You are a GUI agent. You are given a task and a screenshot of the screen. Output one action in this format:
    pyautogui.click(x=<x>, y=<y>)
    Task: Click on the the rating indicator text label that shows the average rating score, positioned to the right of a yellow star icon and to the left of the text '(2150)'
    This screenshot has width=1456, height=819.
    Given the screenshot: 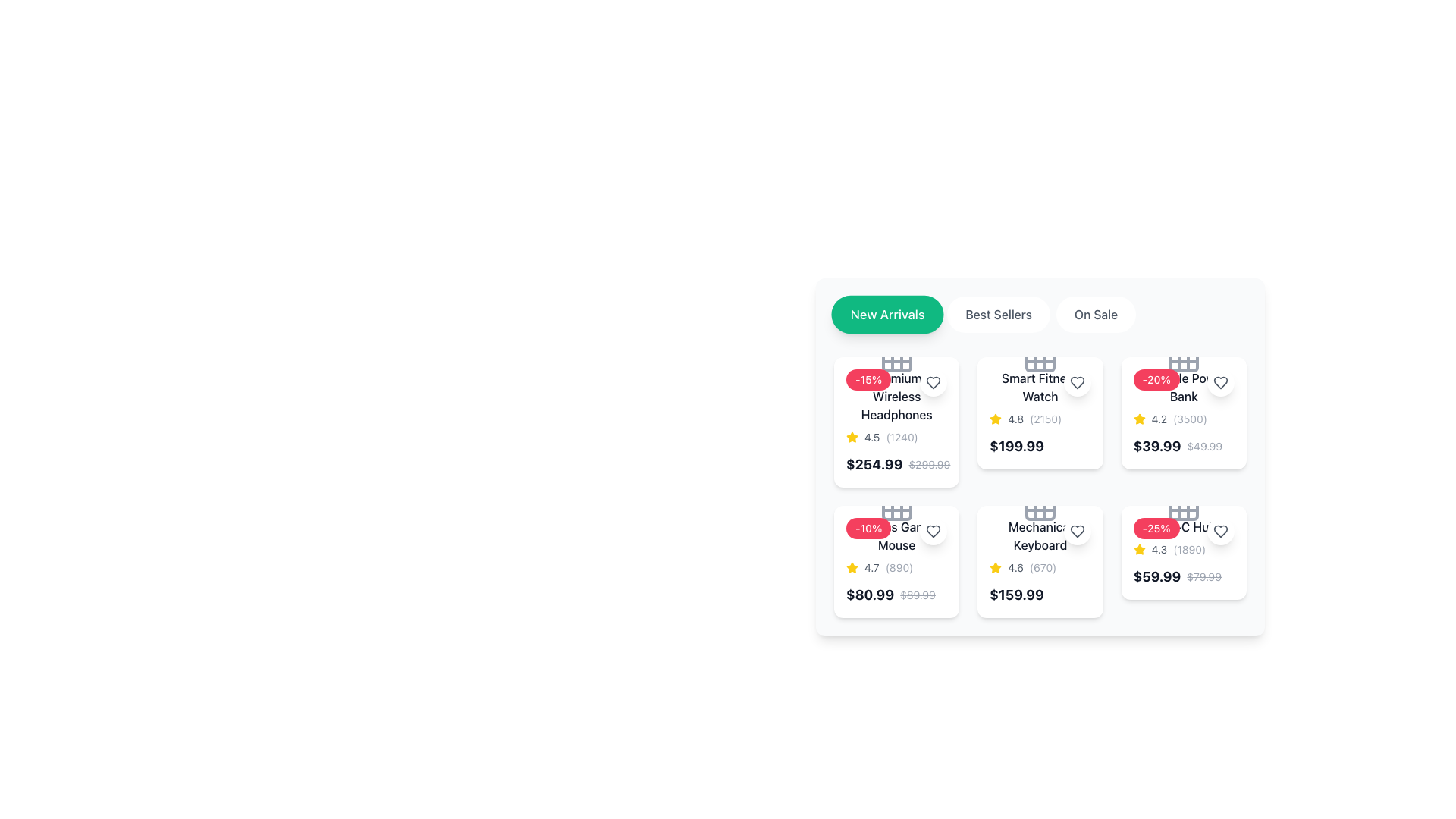 What is the action you would take?
    pyautogui.click(x=1015, y=419)
    